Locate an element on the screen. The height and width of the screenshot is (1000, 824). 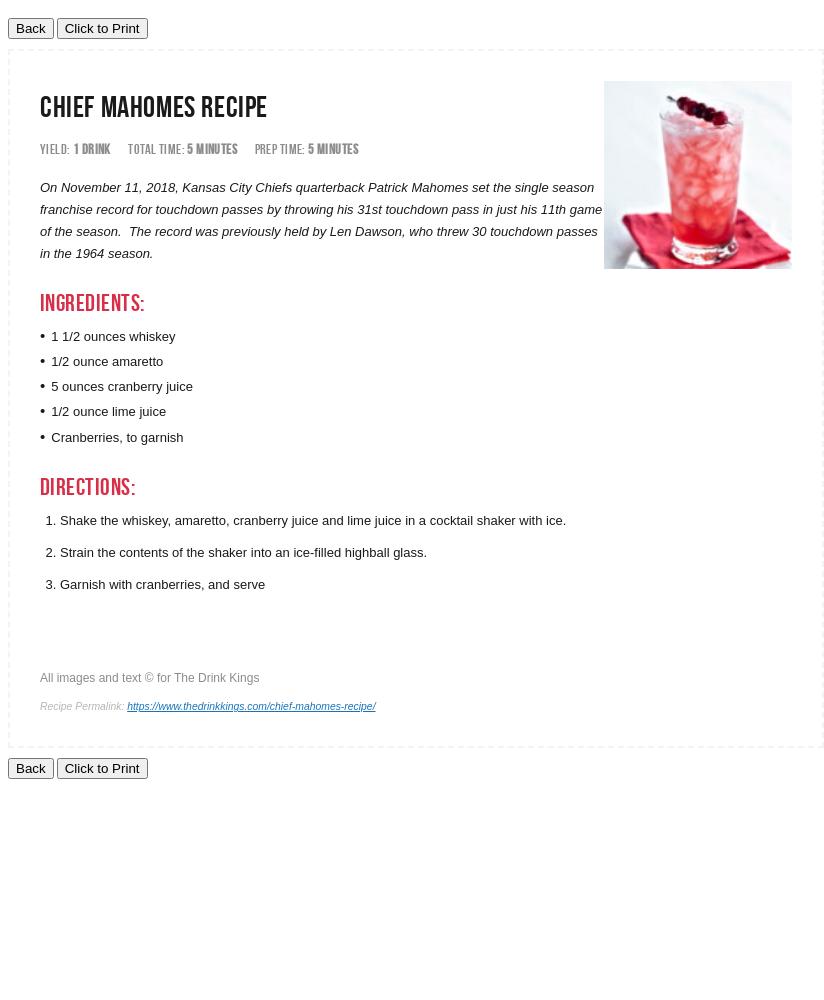
'Prep Time:' is located at coordinates (278, 149).